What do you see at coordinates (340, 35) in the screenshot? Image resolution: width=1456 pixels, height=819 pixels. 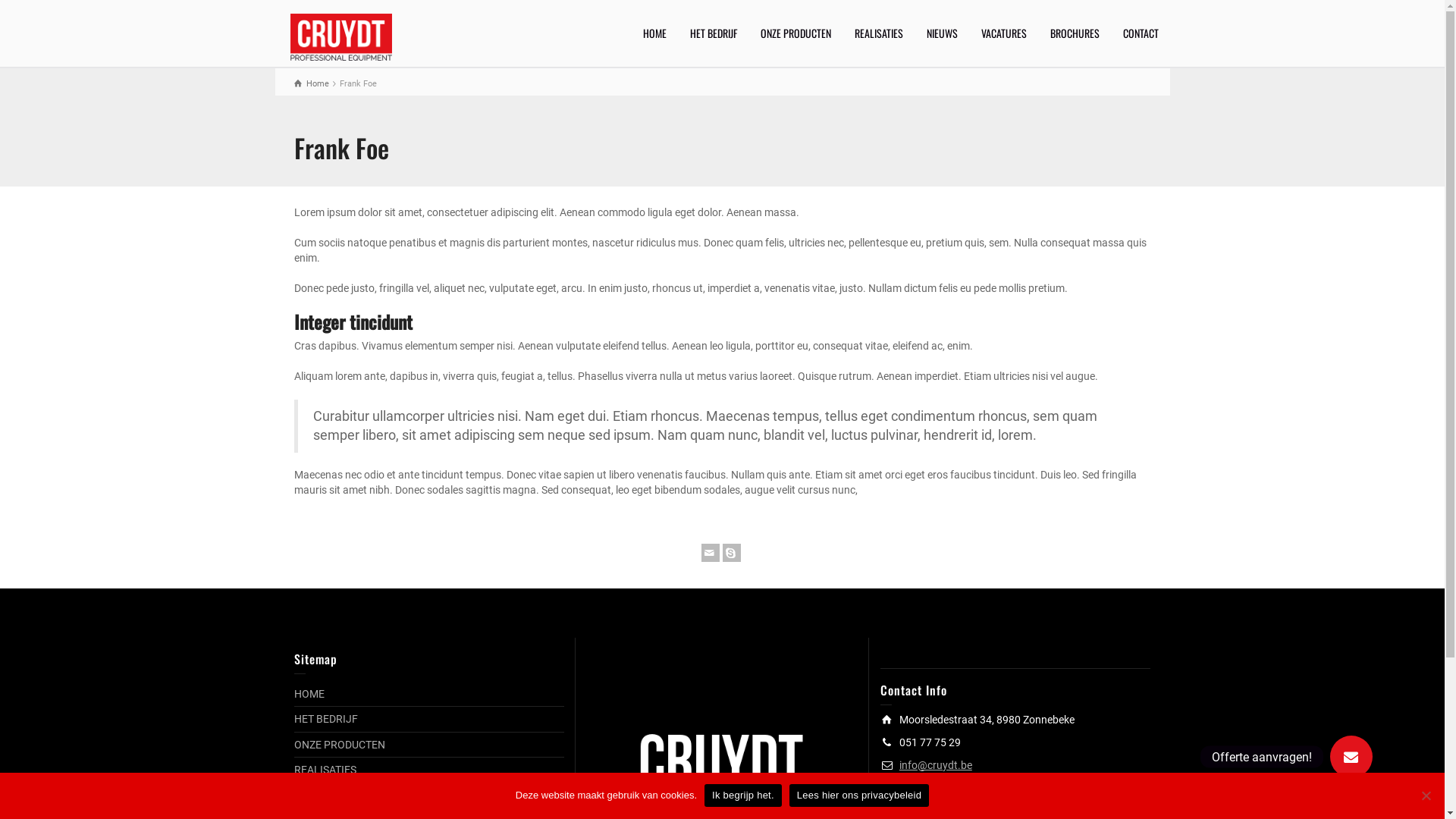 I see `'Cruydt - Professional Equipment'` at bounding box center [340, 35].